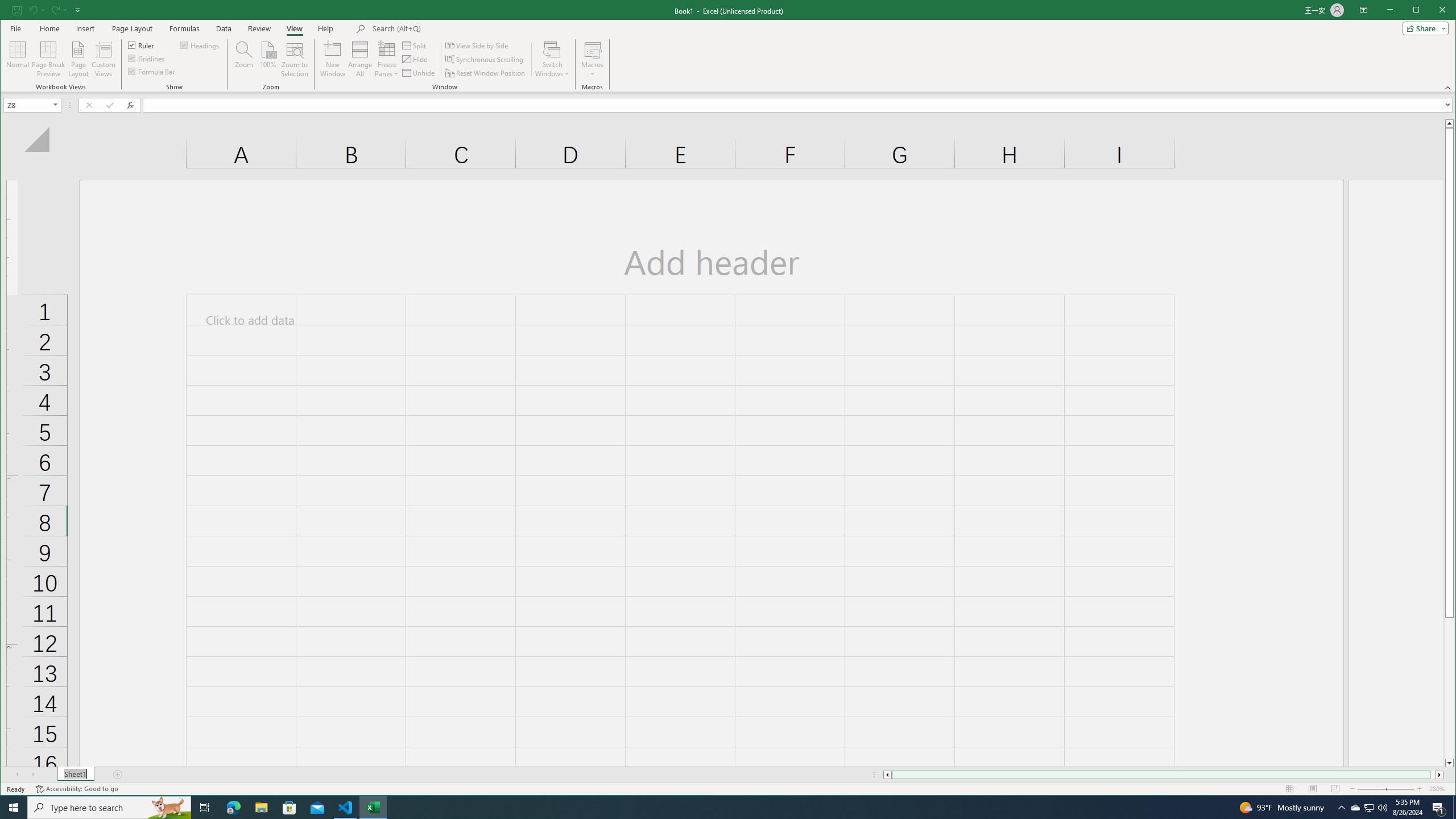 This screenshot has width=1456, height=819. Describe the element at coordinates (552, 59) in the screenshot. I see `'Switch Windows'` at that location.